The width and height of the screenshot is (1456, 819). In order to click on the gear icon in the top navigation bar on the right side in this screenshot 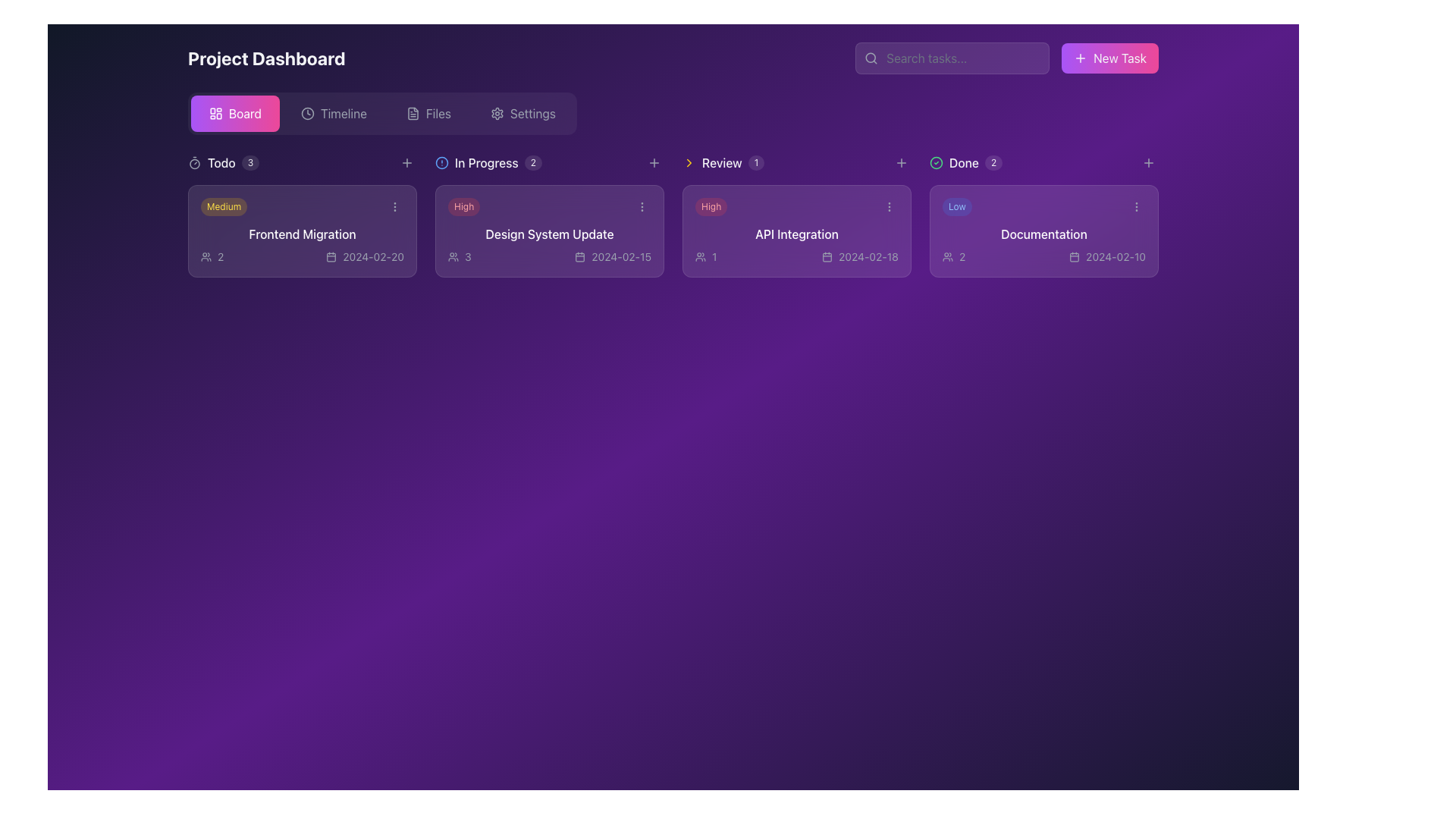, I will do `click(497, 113)`.